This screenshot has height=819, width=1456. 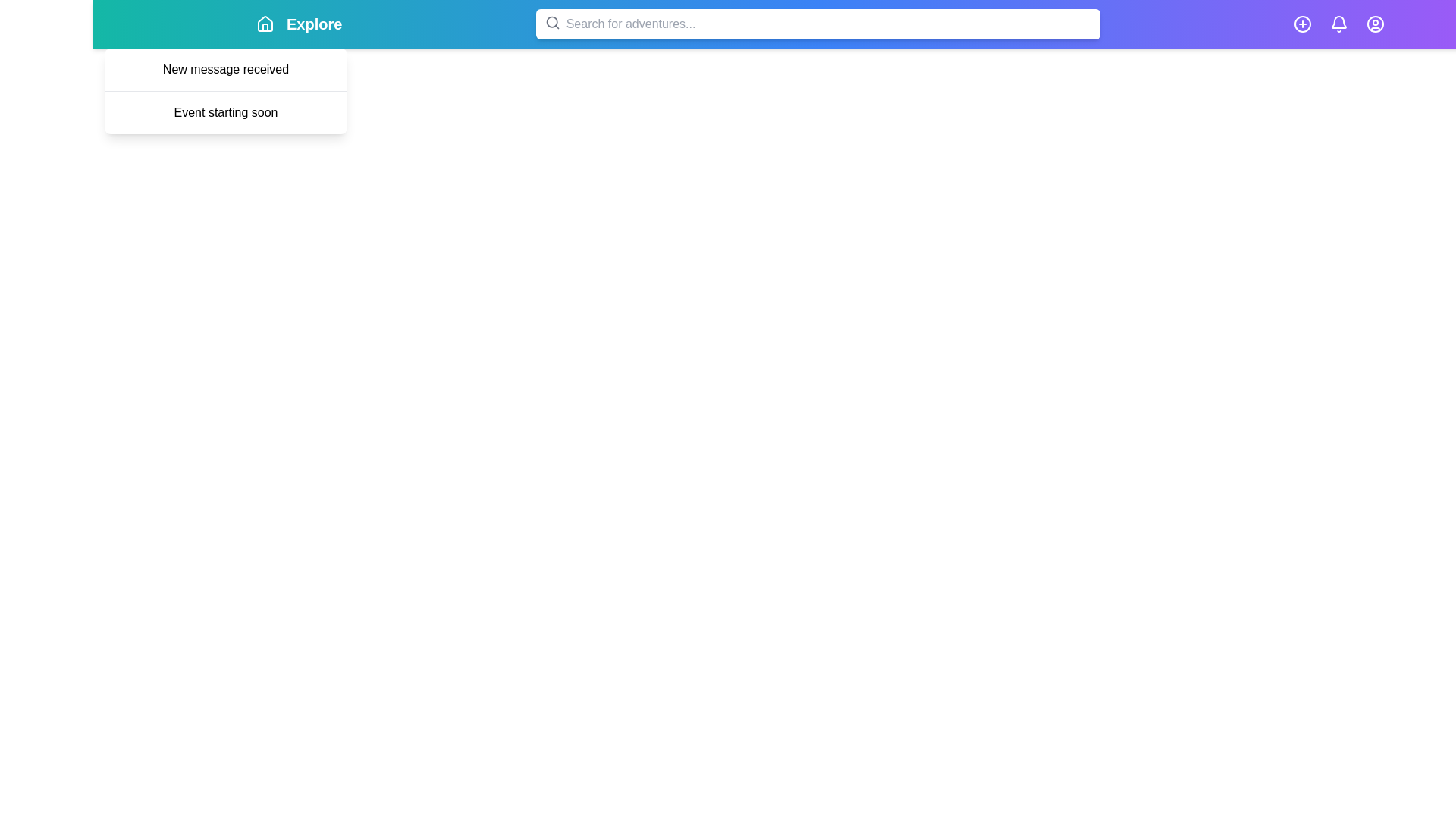 What do you see at coordinates (265, 24) in the screenshot?
I see `the home icon to toggle the menu visibility` at bounding box center [265, 24].